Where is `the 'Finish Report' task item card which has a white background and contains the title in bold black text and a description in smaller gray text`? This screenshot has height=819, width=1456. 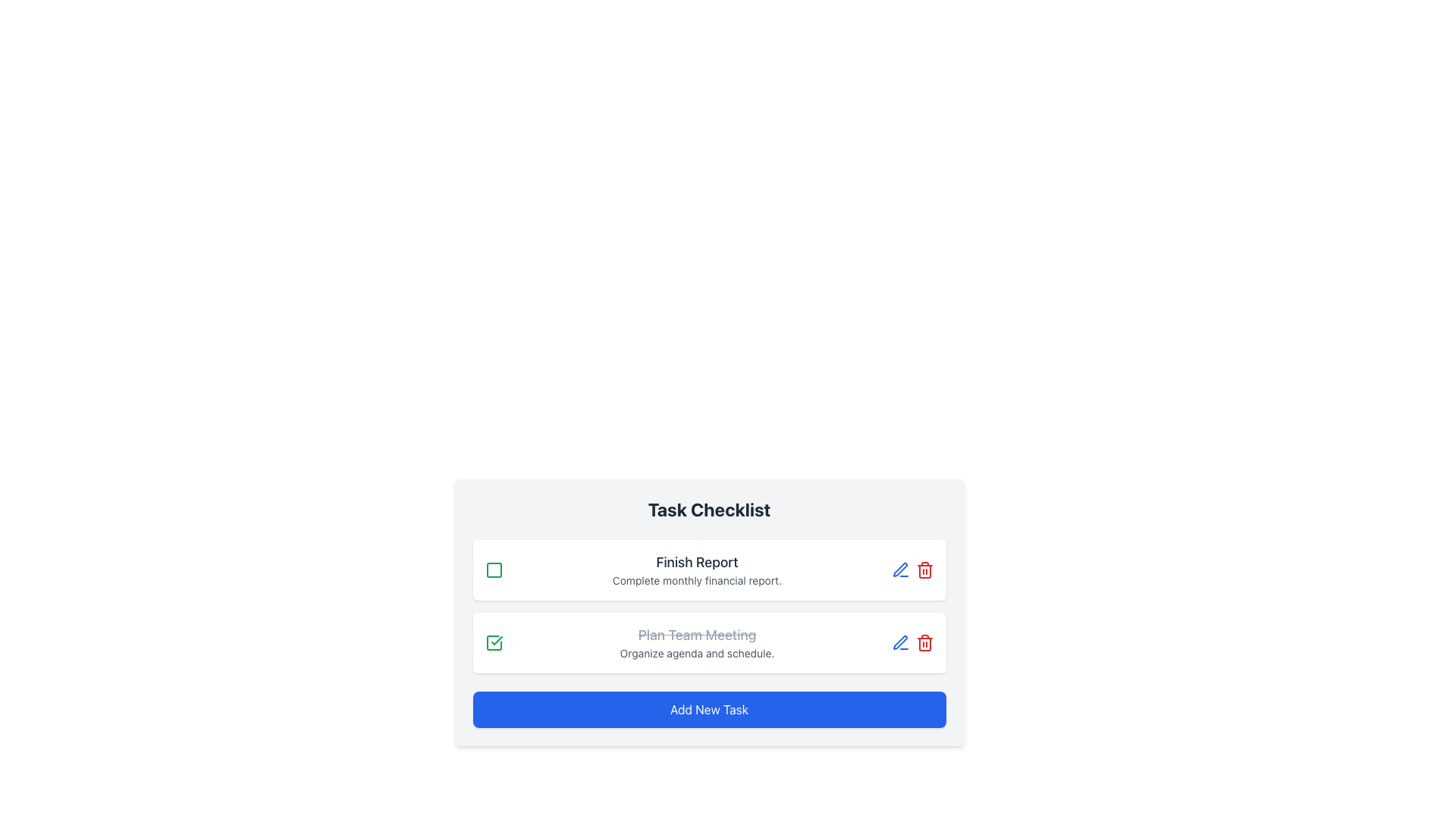 the 'Finish Report' task item card which has a white background and contains the title in bold black text and a description in smaller gray text is located at coordinates (708, 570).